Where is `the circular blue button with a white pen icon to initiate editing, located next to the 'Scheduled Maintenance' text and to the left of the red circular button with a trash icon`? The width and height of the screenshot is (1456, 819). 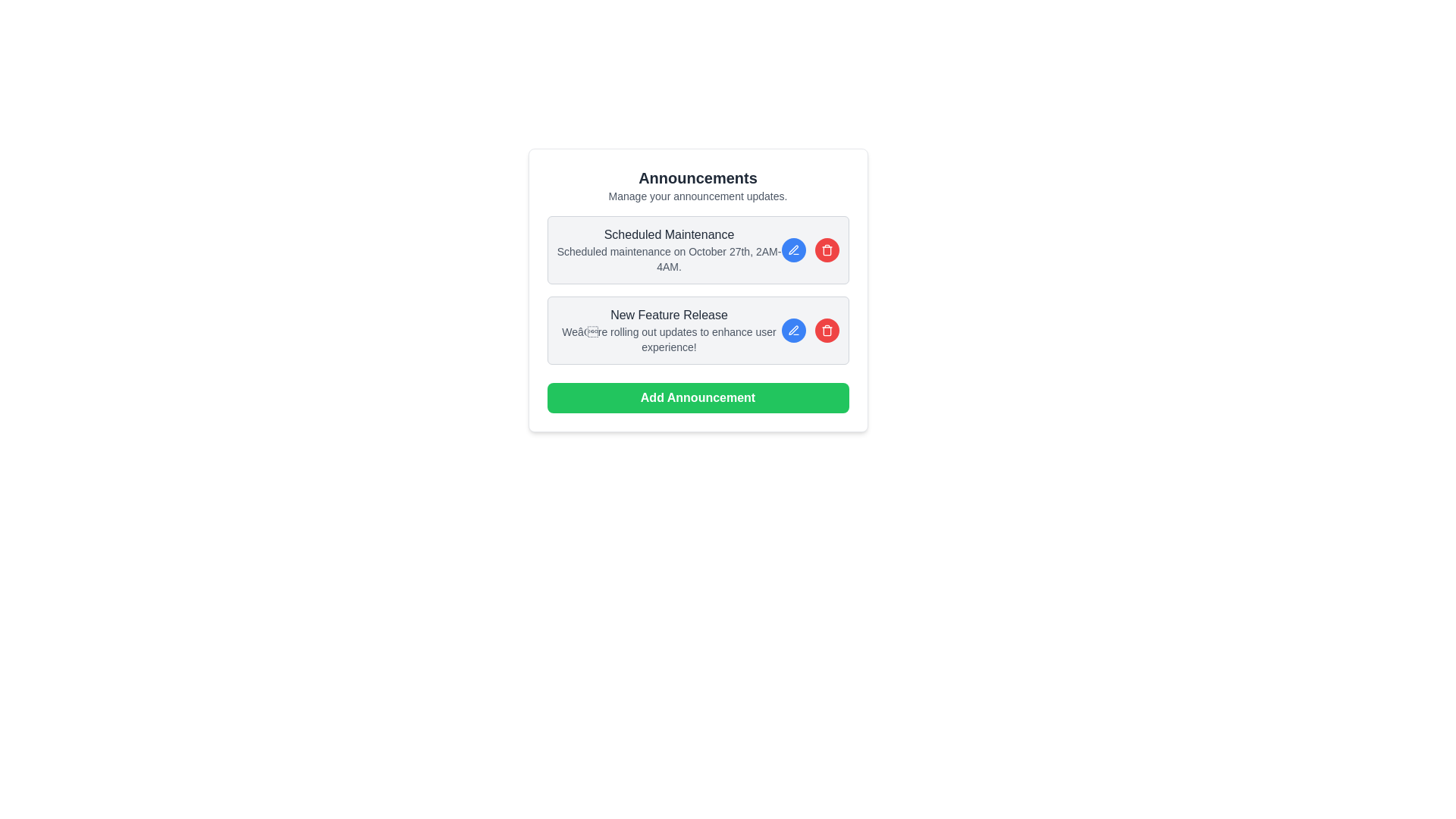
the circular blue button with a white pen icon to initiate editing, located next to the 'Scheduled Maintenance' text and to the left of the red circular button with a trash icon is located at coordinates (792, 249).